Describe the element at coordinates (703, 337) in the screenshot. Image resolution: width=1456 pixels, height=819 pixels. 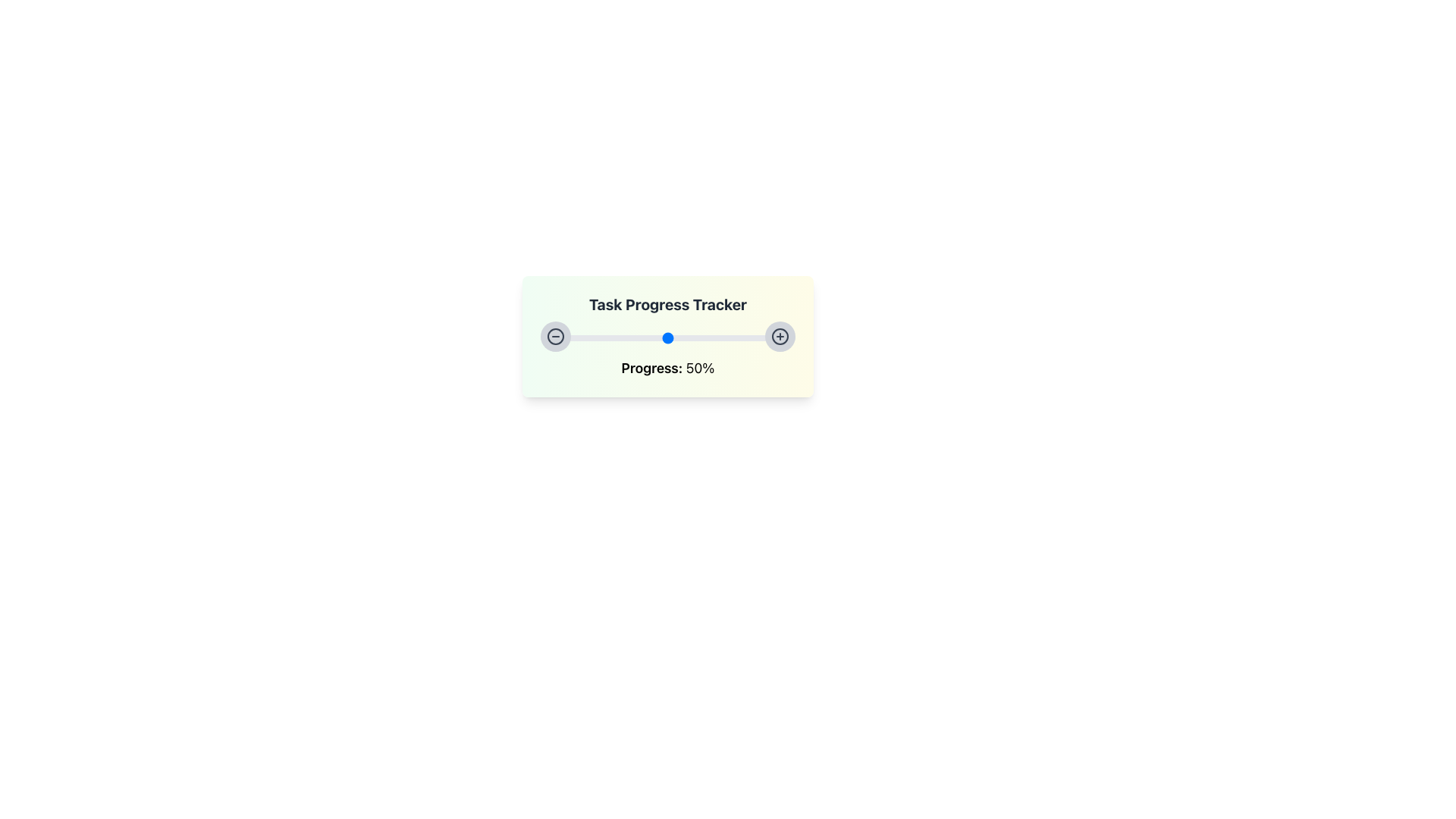
I see `the slider` at that location.